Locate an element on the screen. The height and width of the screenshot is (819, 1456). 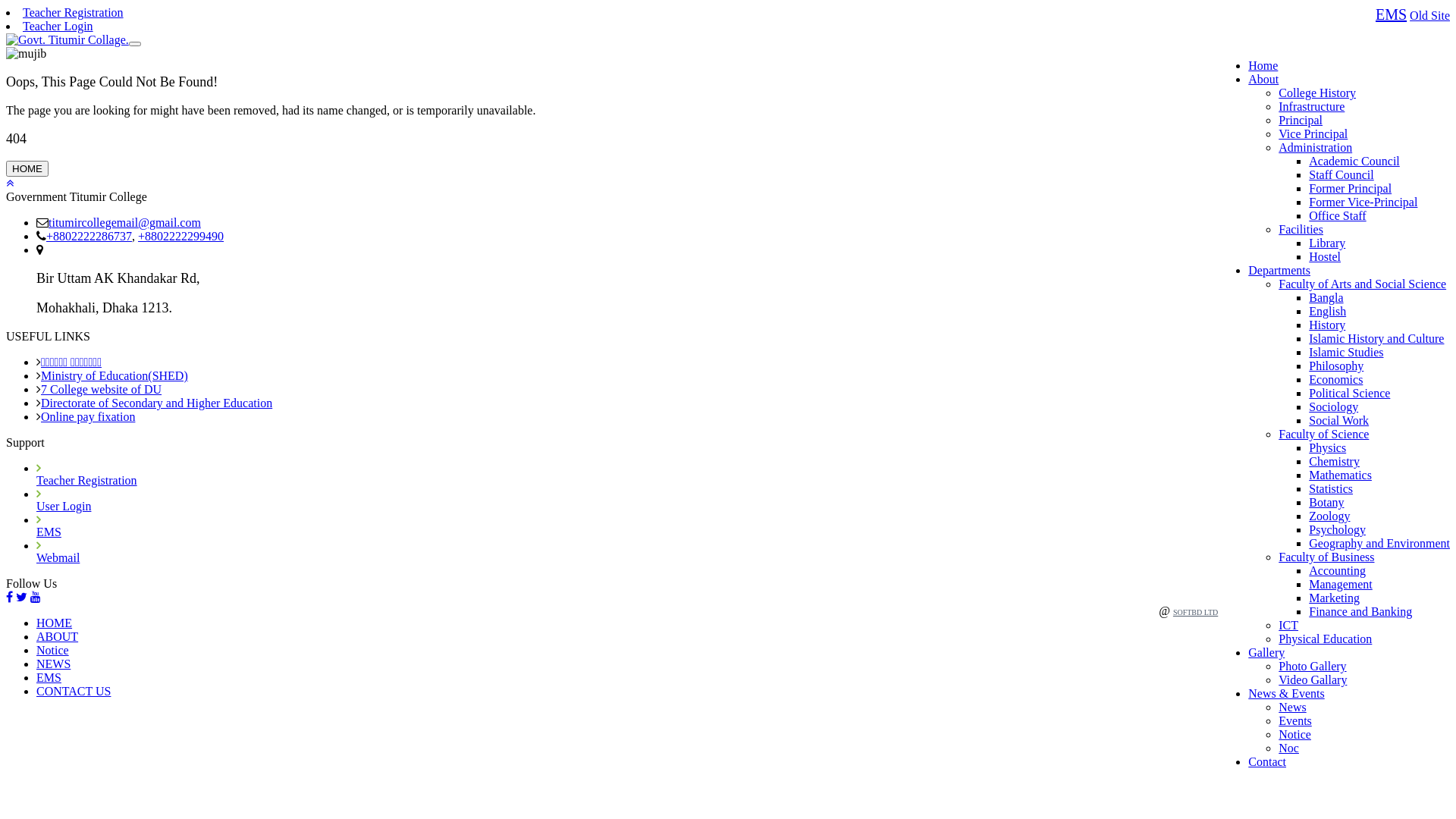
'About' is located at coordinates (1263, 79).